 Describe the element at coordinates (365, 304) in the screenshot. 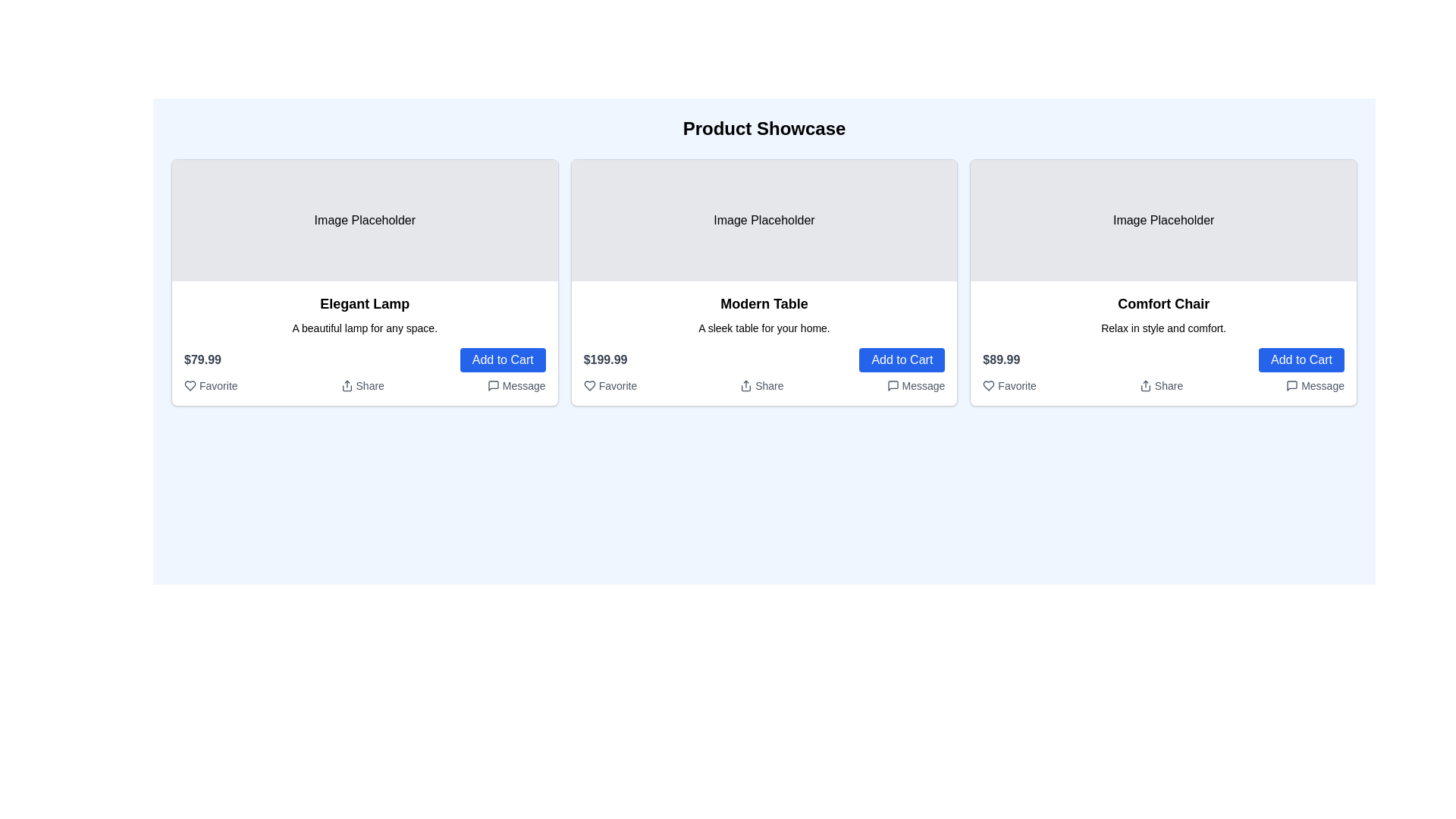

I see `the text label reading 'Elegant Lamp', which is styled with a bold, larger font and located above the product description in the central product card of a horizontally arranged product showcase` at that location.